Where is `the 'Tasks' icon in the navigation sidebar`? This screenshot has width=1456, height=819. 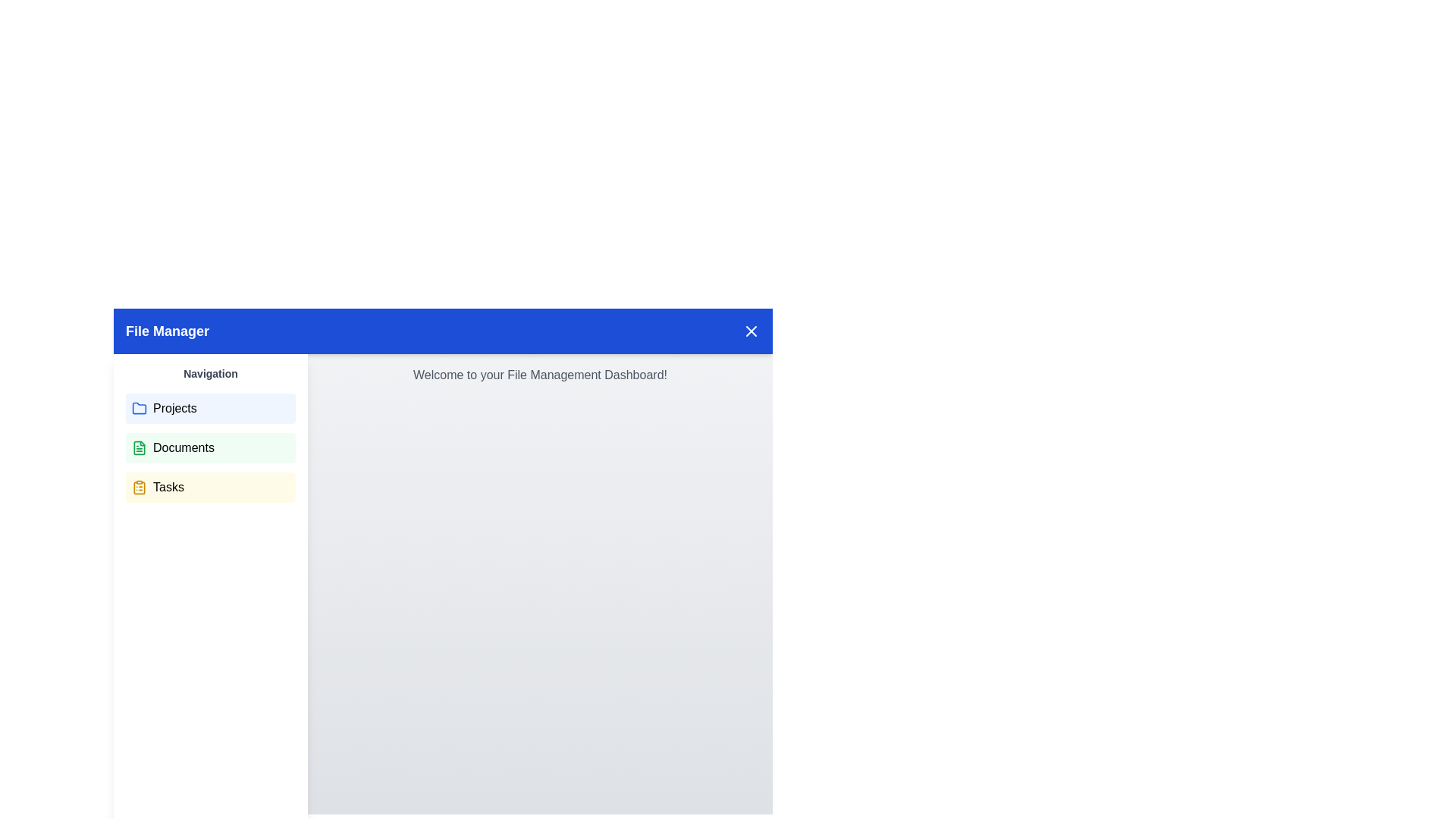 the 'Tasks' icon in the navigation sidebar is located at coordinates (139, 488).